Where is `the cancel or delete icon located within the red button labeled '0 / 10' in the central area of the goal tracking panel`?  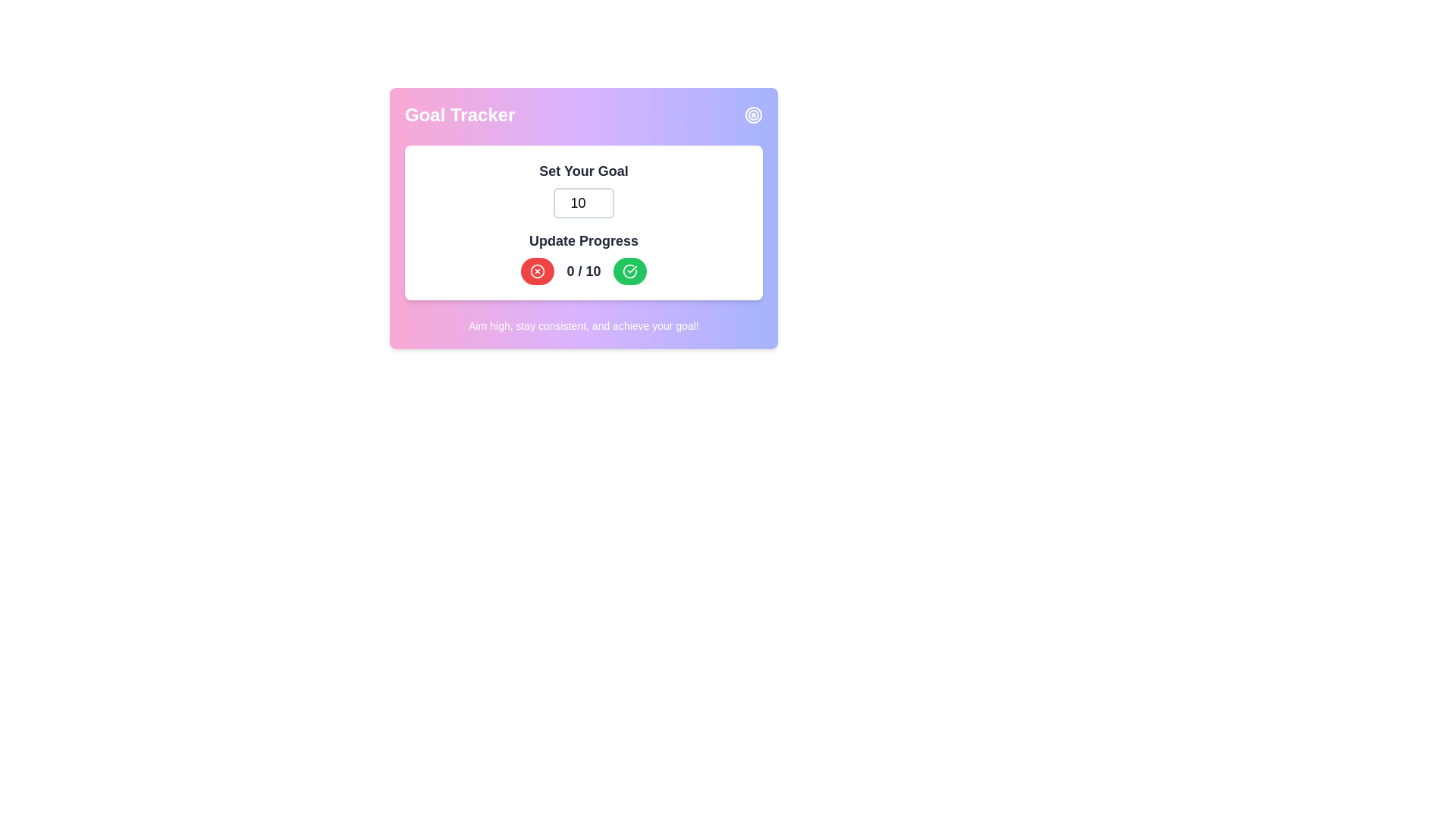 the cancel or delete icon located within the red button labeled '0 / 10' in the central area of the goal tracking panel is located at coordinates (538, 271).